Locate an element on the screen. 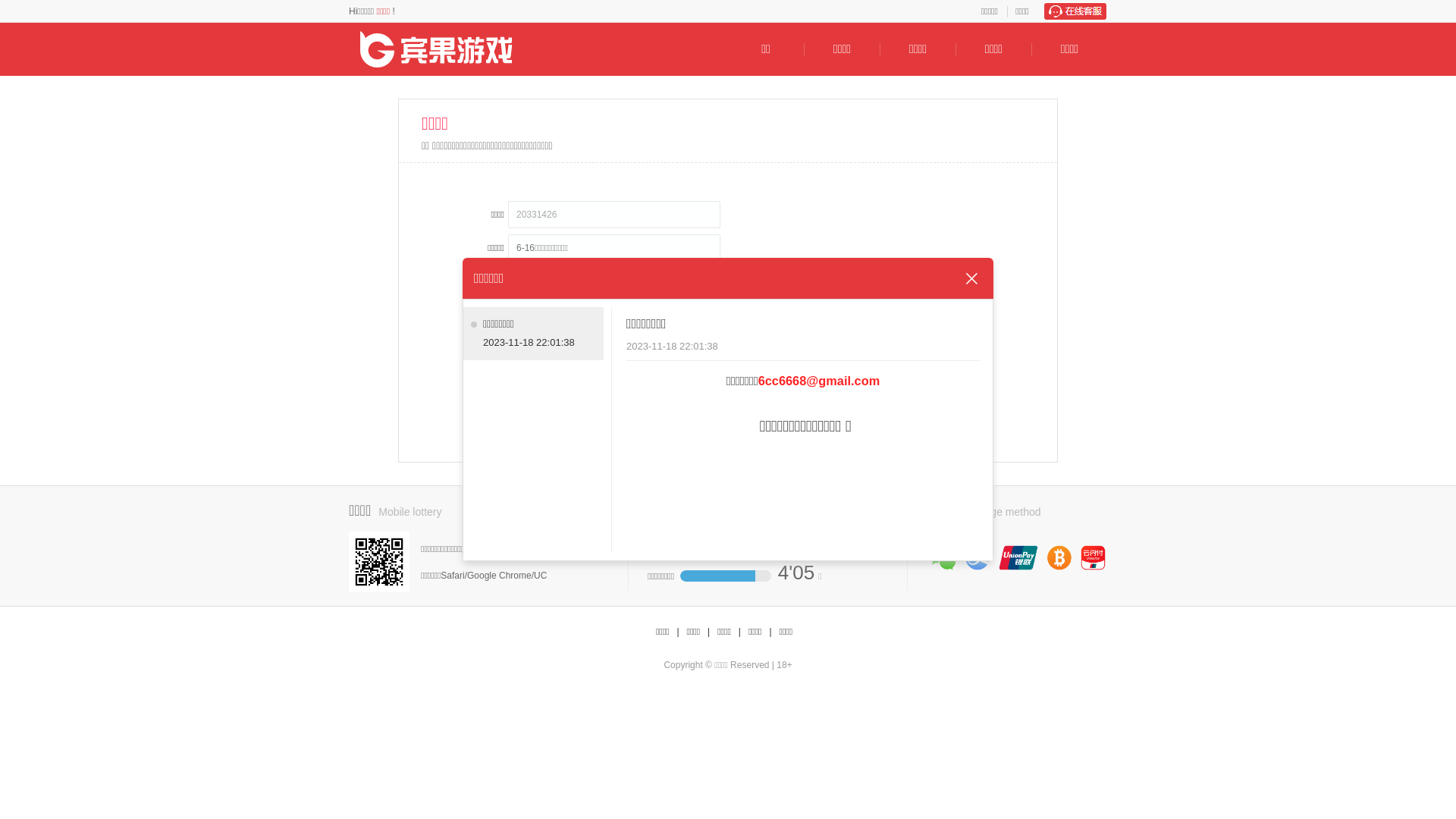 This screenshot has height=819, width=1456. '|' is located at coordinates (676, 632).